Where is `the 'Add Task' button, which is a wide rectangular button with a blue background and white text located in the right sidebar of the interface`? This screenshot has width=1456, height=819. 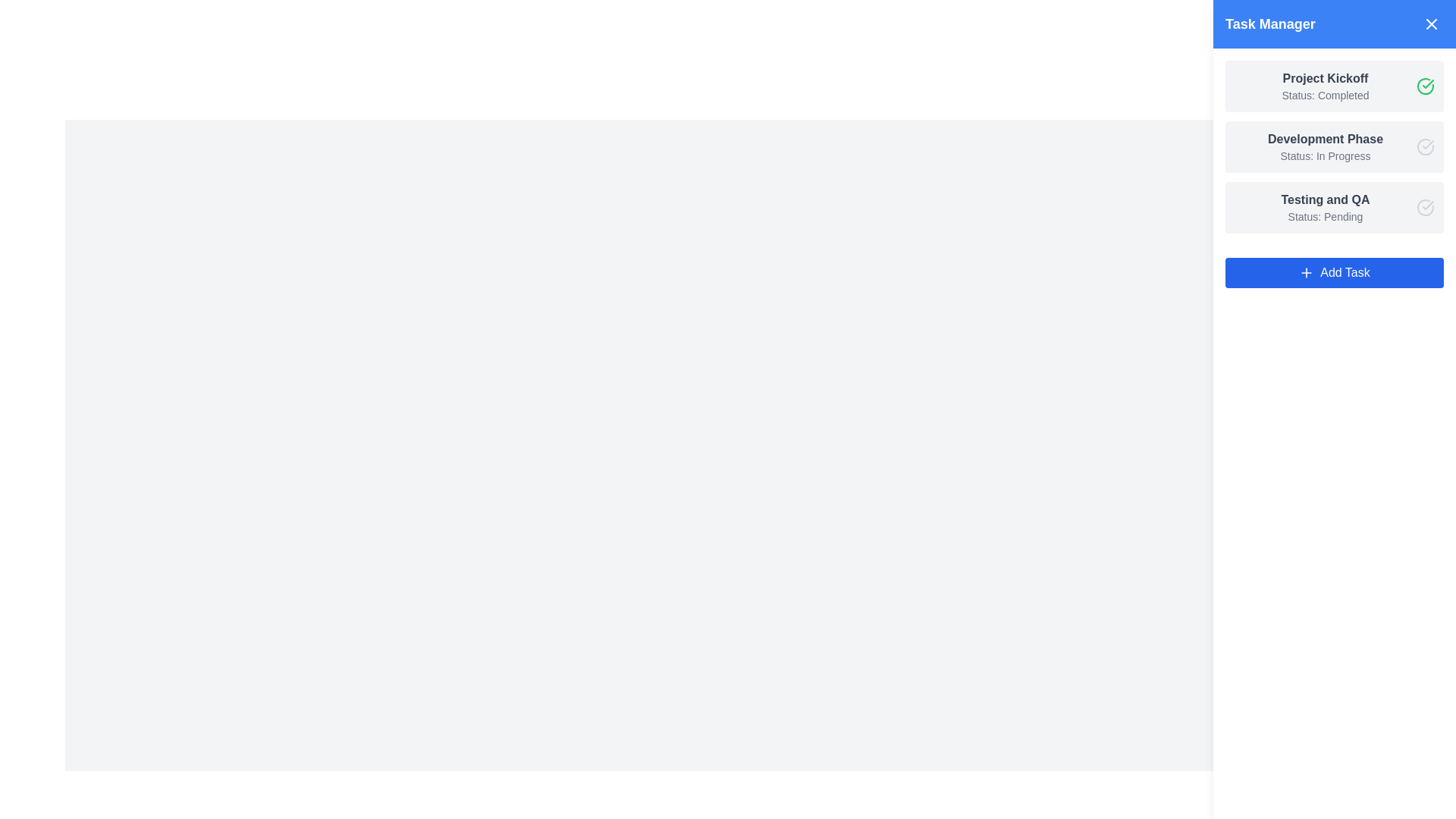
the 'Add Task' button, which is a wide rectangular button with a blue background and white text located in the right sidebar of the interface is located at coordinates (1335, 271).